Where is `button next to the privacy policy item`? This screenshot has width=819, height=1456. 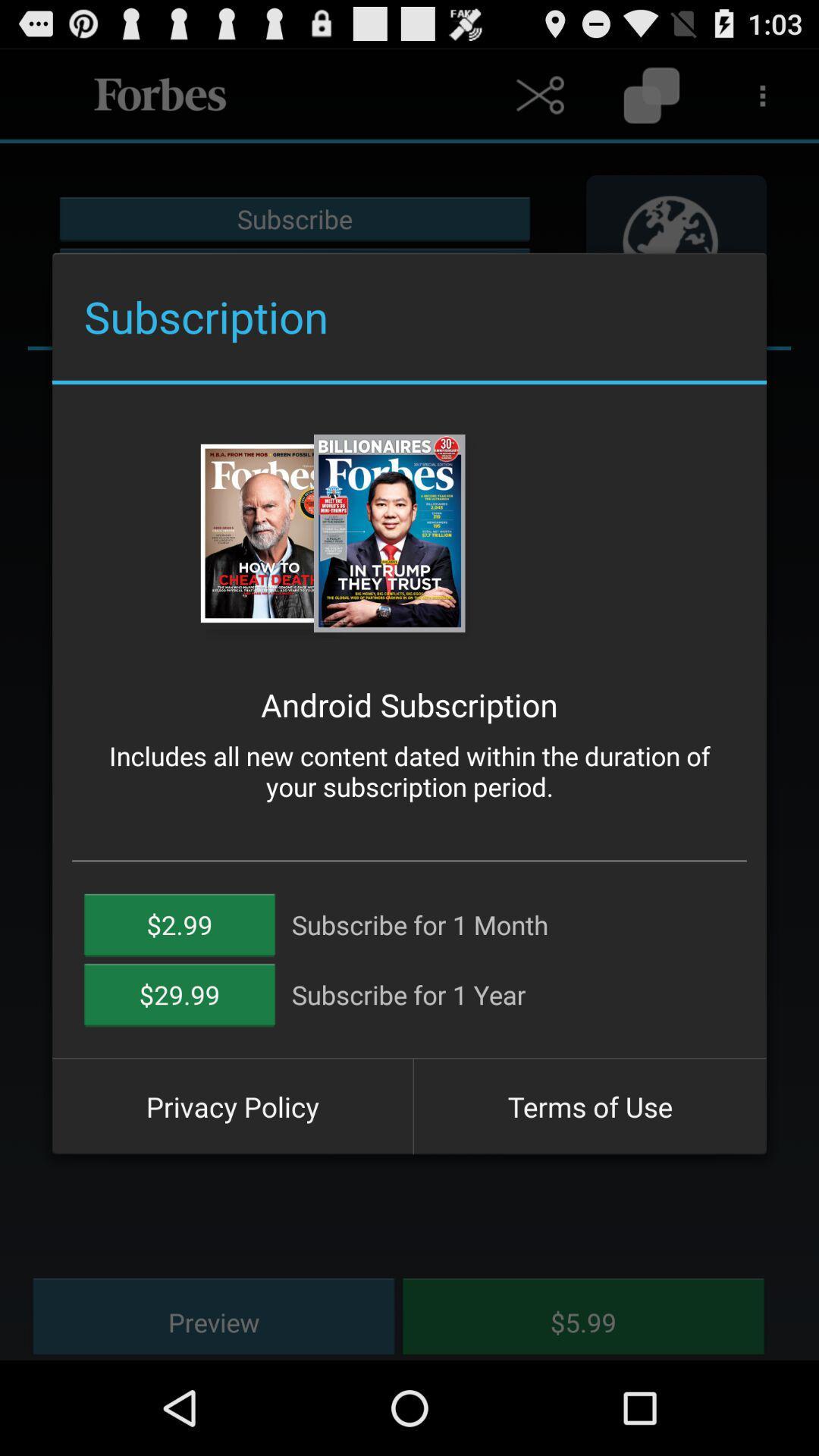 button next to the privacy policy item is located at coordinates (589, 1106).